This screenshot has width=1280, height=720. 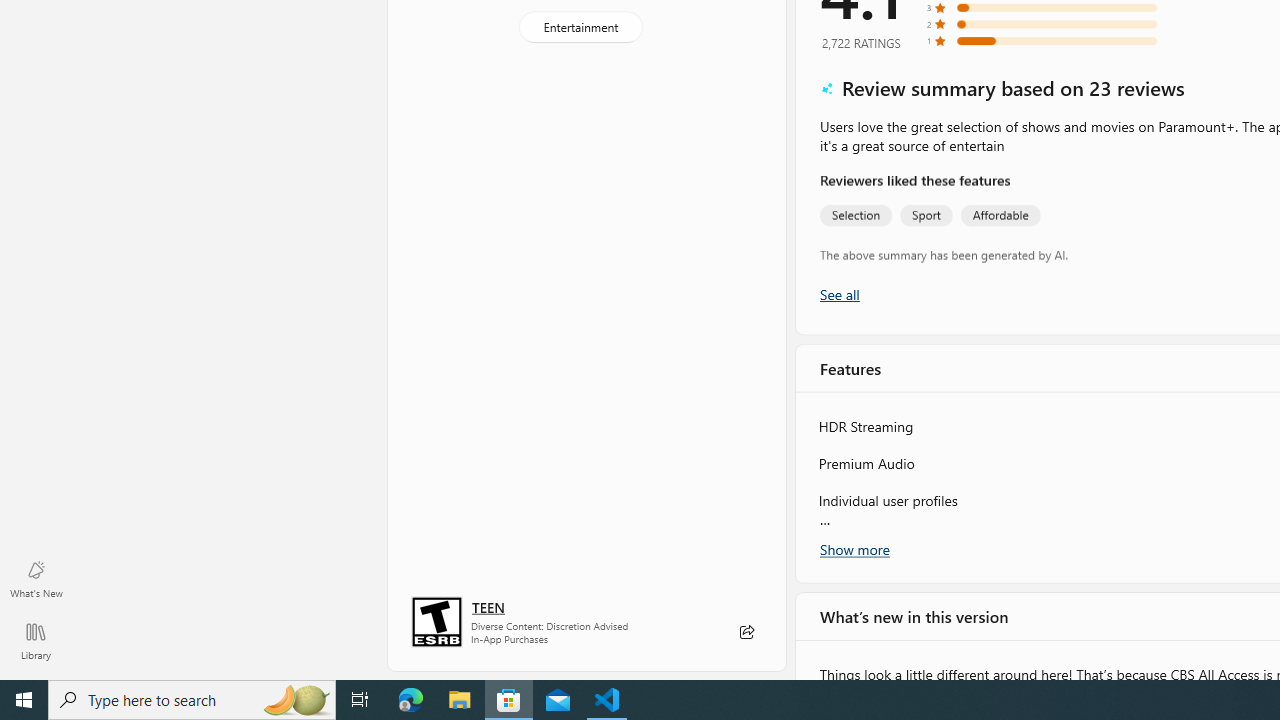 What do you see at coordinates (745, 632) in the screenshot?
I see `'Share'` at bounding box center [745, 632].